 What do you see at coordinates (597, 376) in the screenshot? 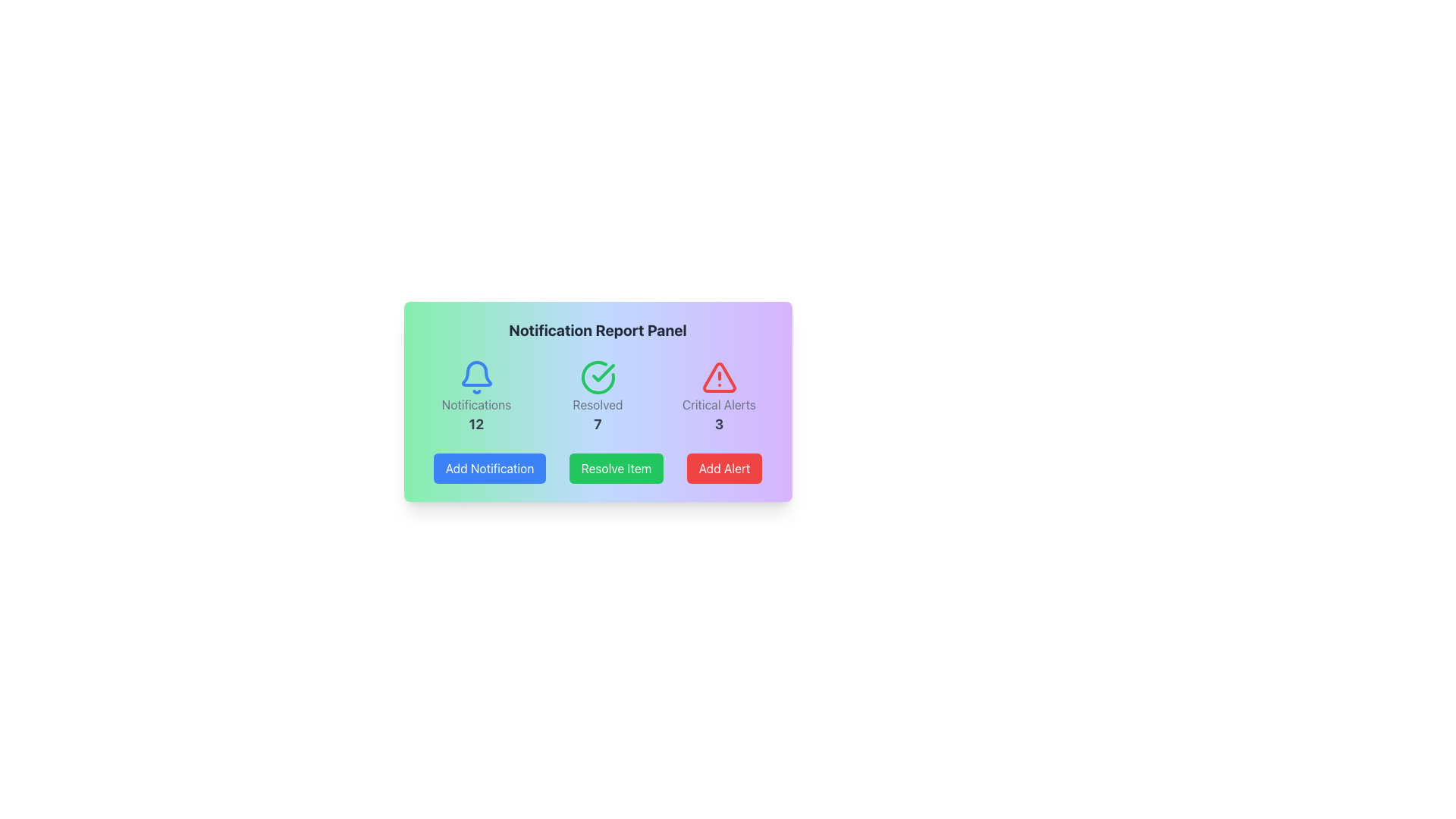
I see `the status icon in the 'Resolved' section of the Notification Report Panel, which visually conveys resolved notifications and is center-aligned above the text 'Resolved' and the number '7'` at bounding box center [597, 376].